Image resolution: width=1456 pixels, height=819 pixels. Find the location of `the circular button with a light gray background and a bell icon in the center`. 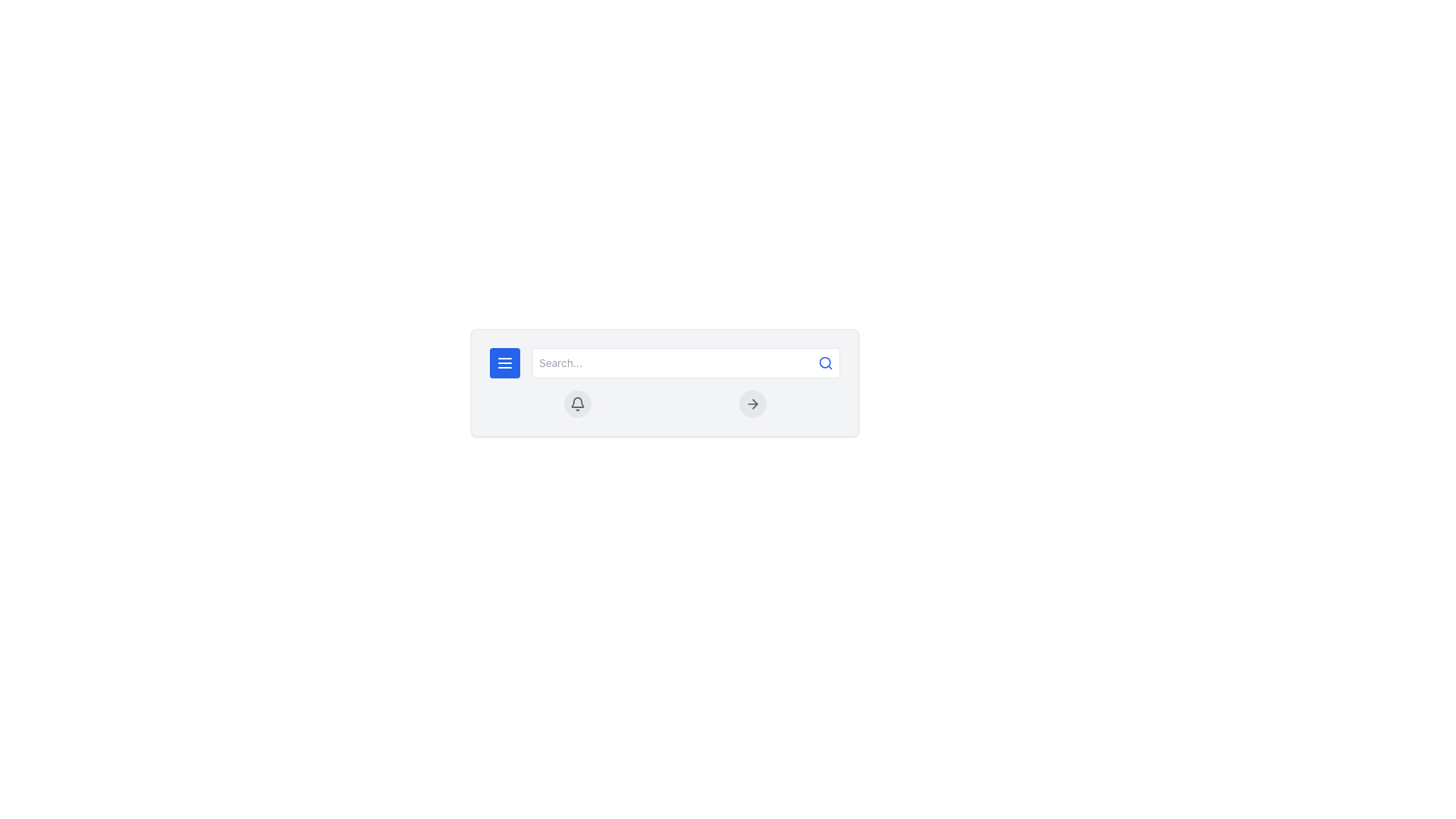

the circular button with a light gray background and a bell icon in the center is located at coordinates (576, 403).